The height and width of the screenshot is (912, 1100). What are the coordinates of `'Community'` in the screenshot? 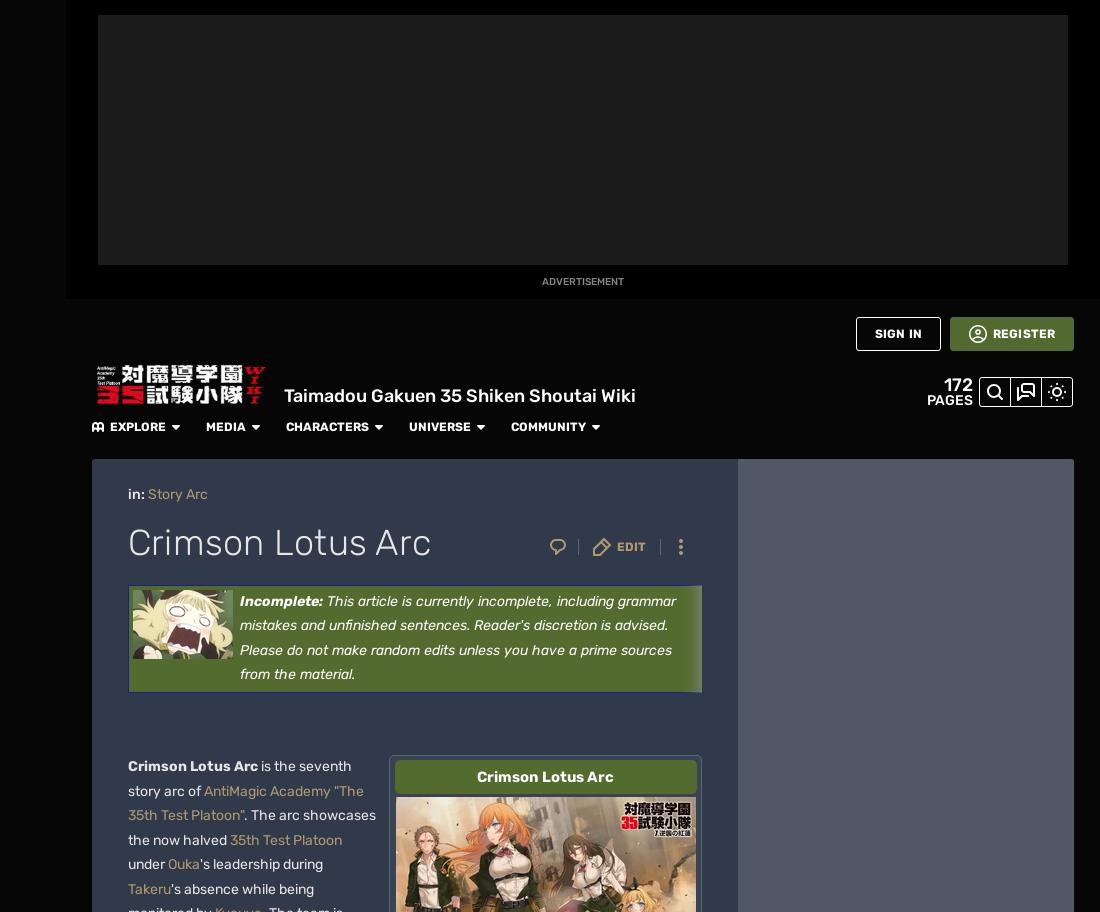 It's located at (842, 21).